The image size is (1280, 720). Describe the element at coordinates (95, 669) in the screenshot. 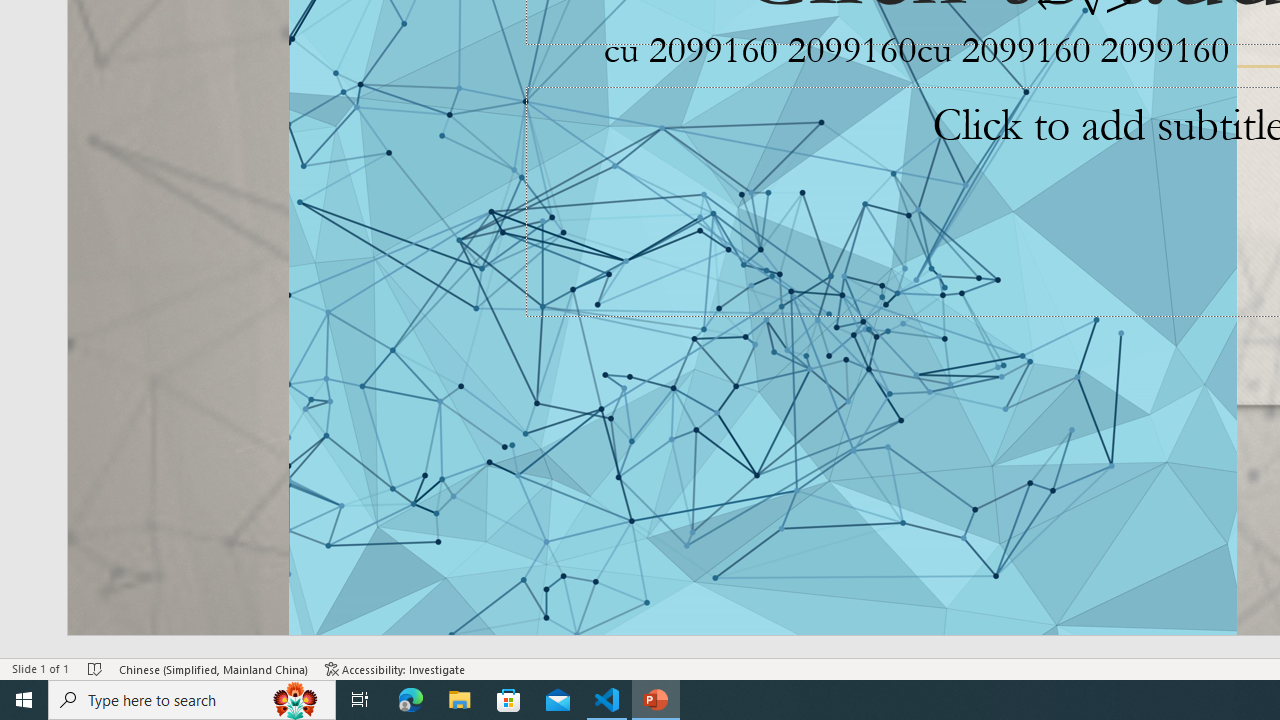

I see `'Spell Check No Errors'` at that location.